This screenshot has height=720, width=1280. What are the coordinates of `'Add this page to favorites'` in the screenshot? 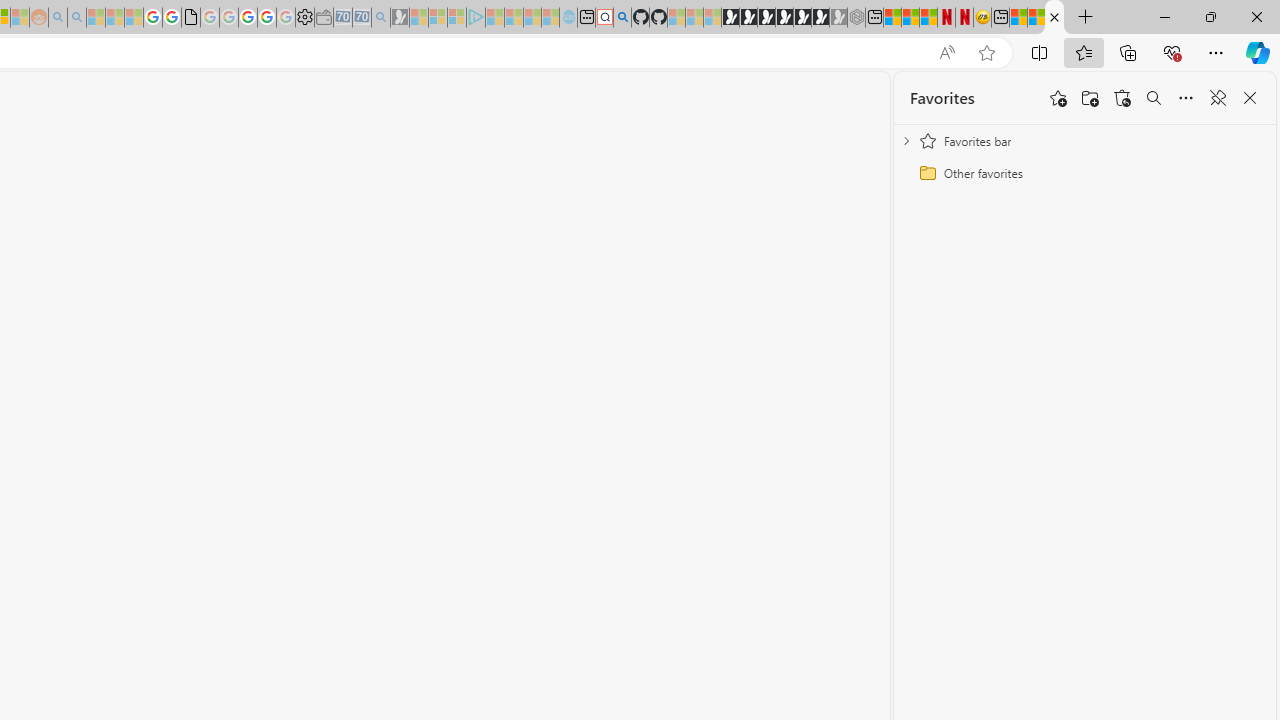 It's located at (1057, 98).